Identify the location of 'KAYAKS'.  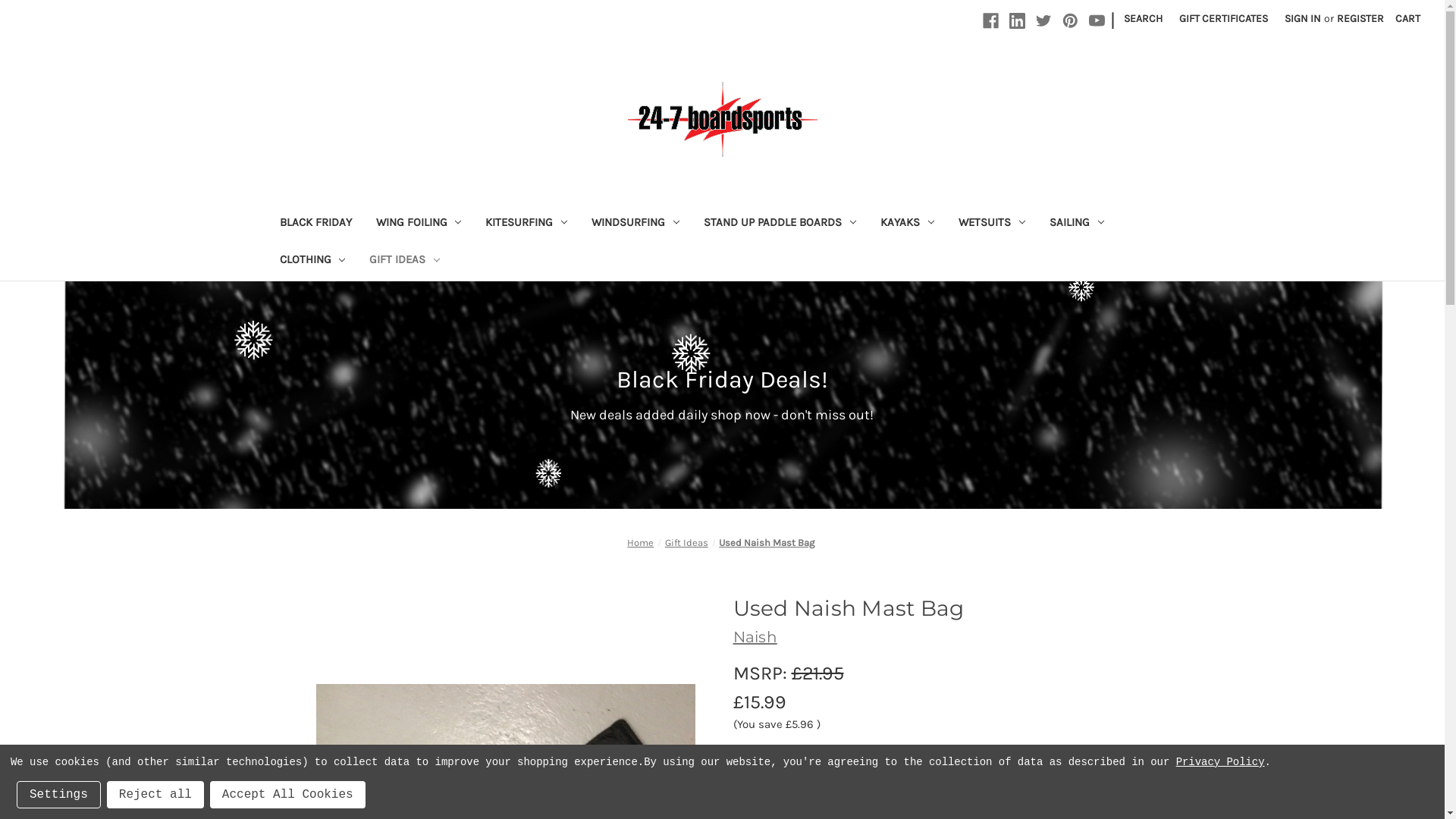
(907, 224).